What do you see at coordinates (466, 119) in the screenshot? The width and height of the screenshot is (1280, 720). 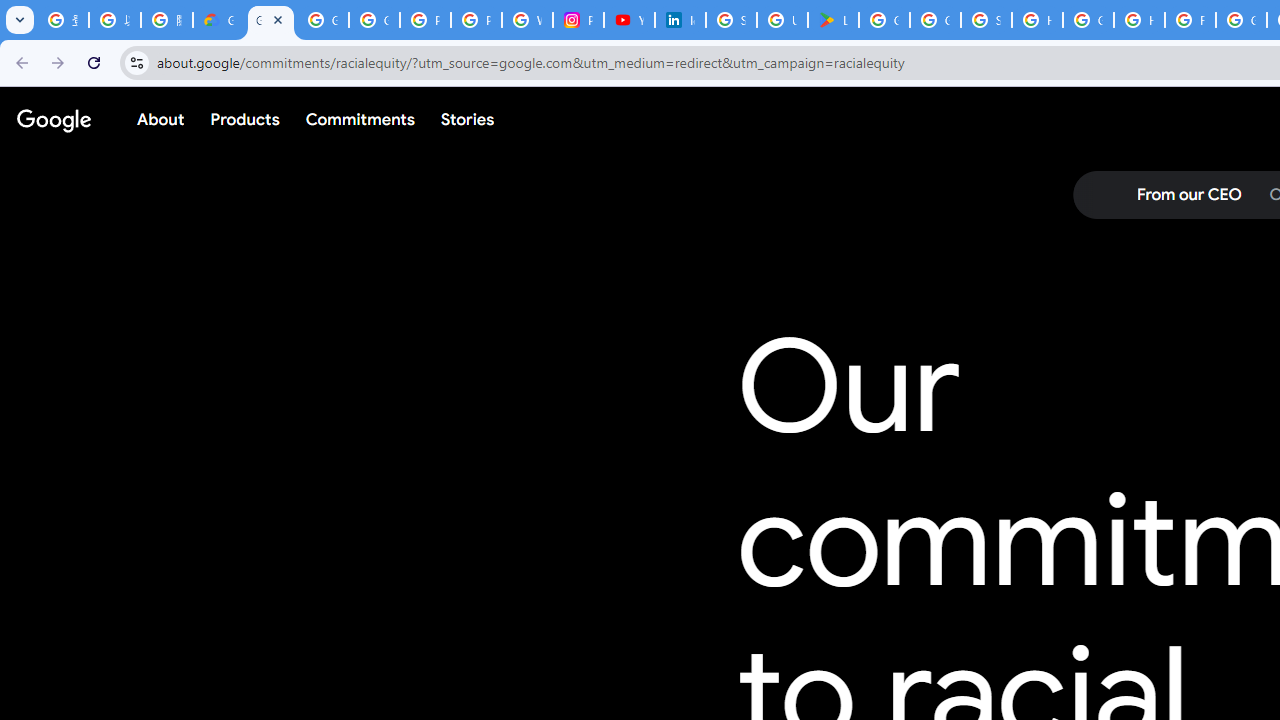 I see `'Stories'` at bounding box center [466, 119].